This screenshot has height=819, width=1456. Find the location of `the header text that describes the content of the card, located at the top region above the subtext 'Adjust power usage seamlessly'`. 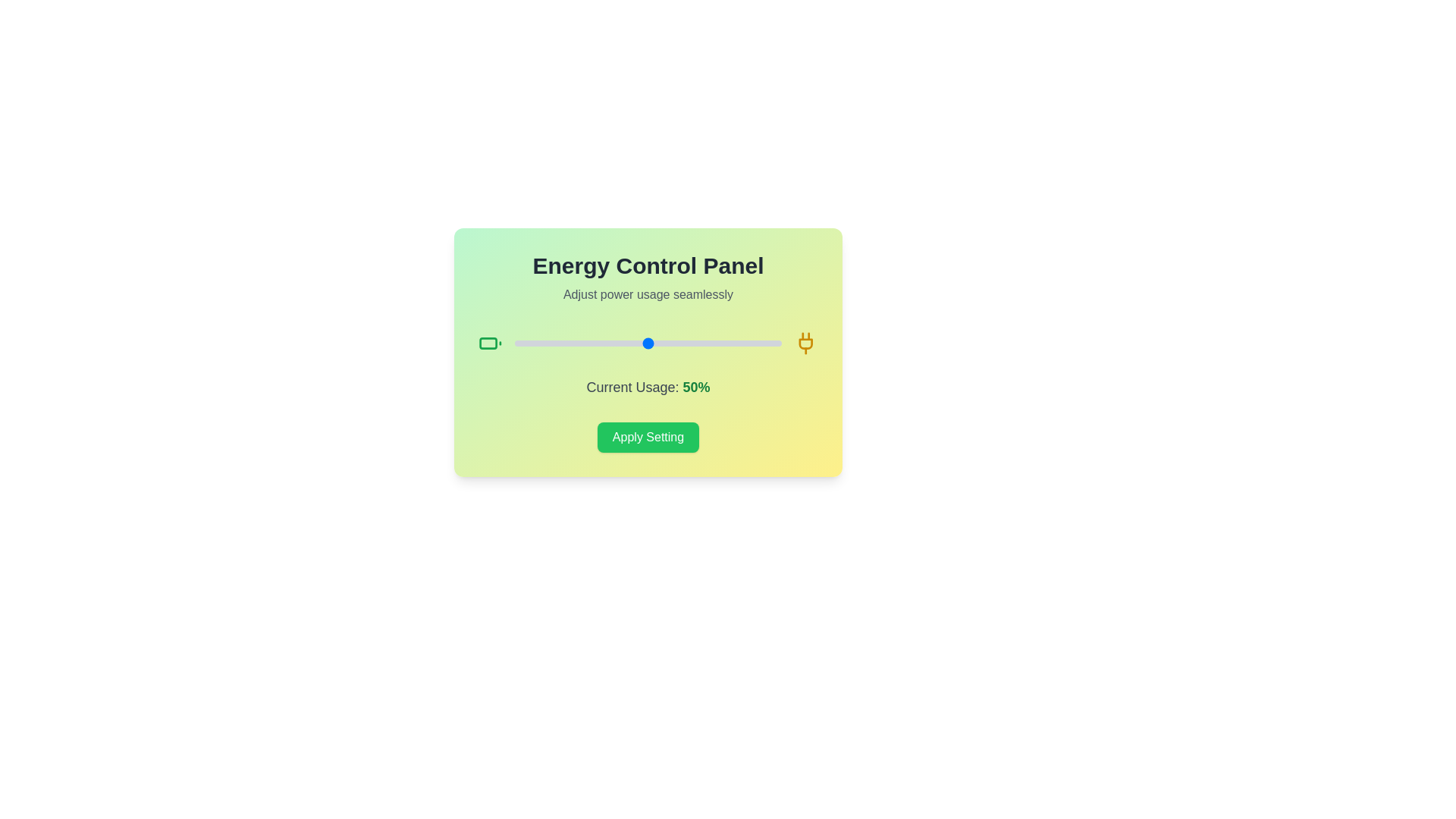

the header text that describes the content of the card, located at the top region above the subtext 'Adjust power usage seamlessly' is located at coordinates (648, 265).